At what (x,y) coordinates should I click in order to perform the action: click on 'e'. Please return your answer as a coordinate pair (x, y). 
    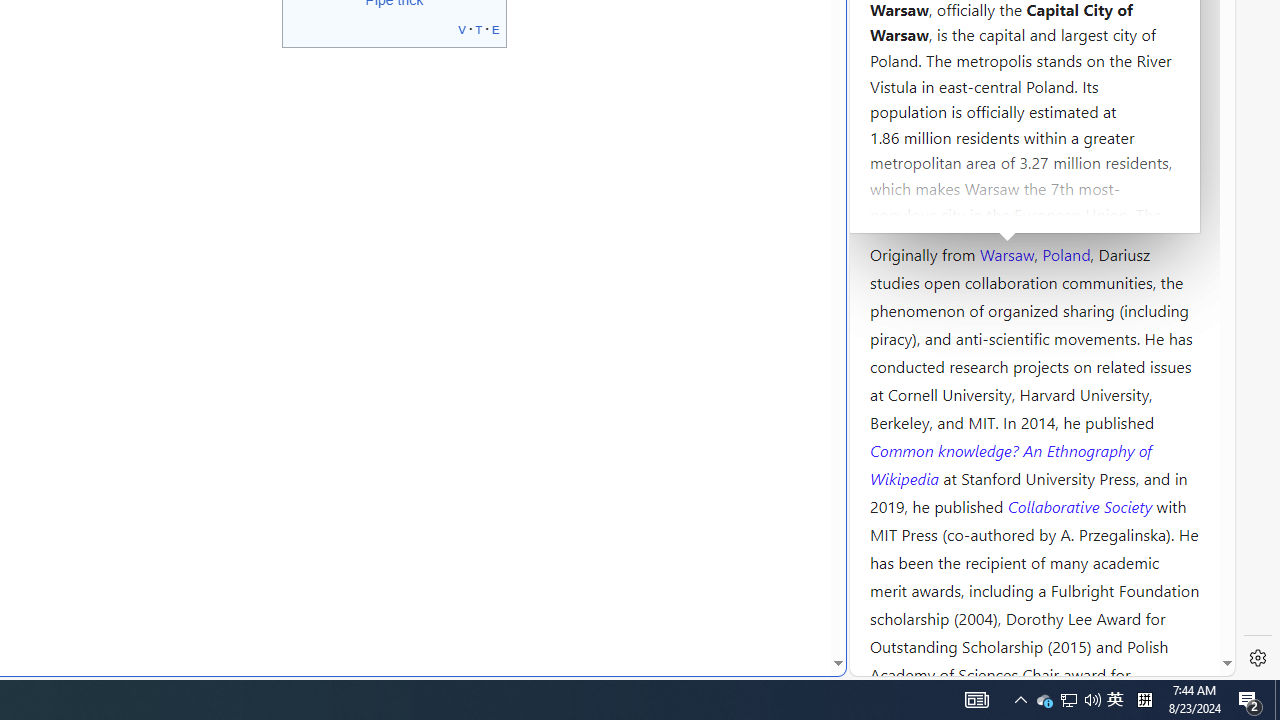
    Looking at the image, I should click on (496, 28).